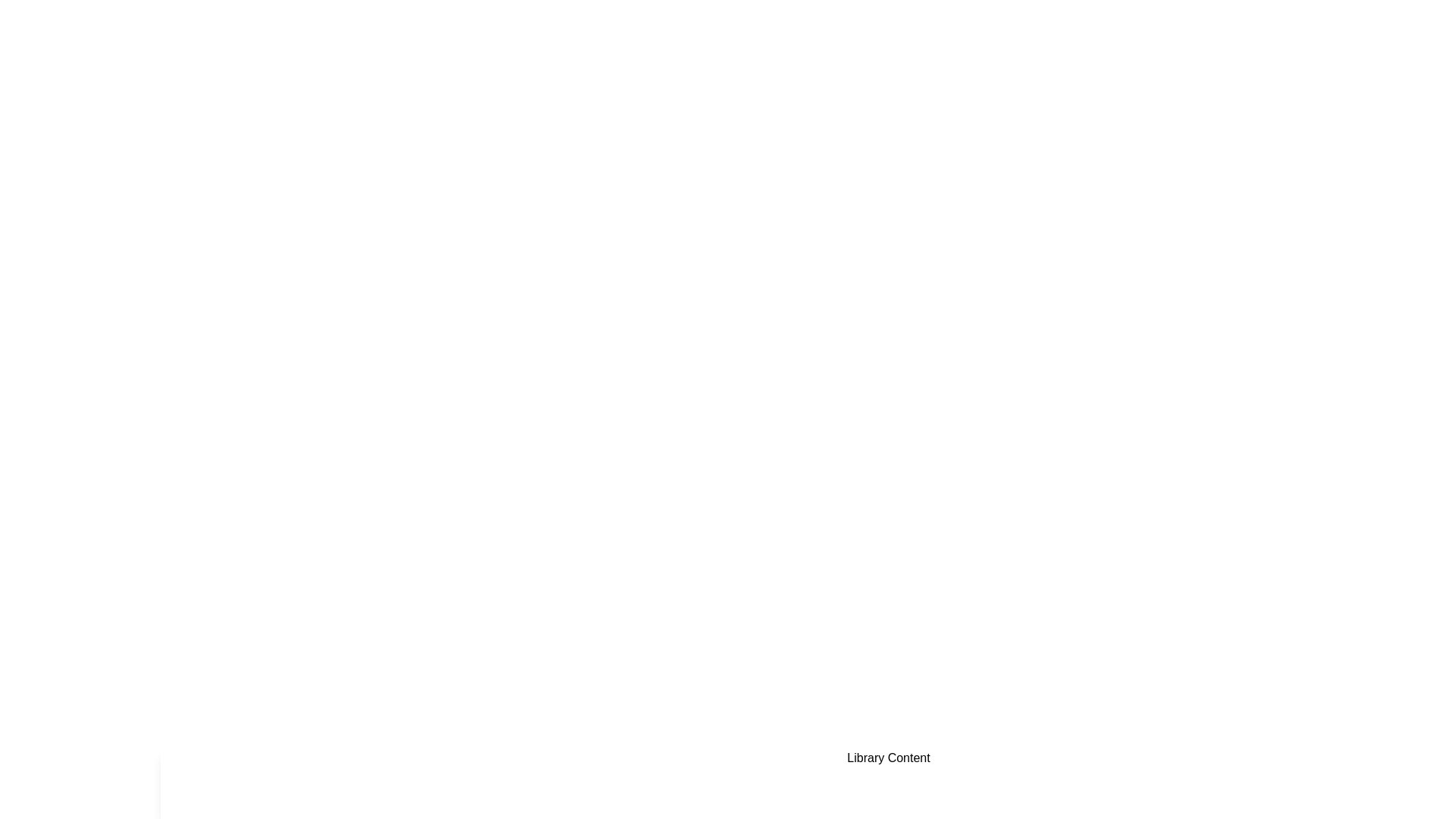 Image resolution: width=1456 pixels, height=819 pixels. I want to click on the Favorites tab by clicking on its button, so click(1181, 783).